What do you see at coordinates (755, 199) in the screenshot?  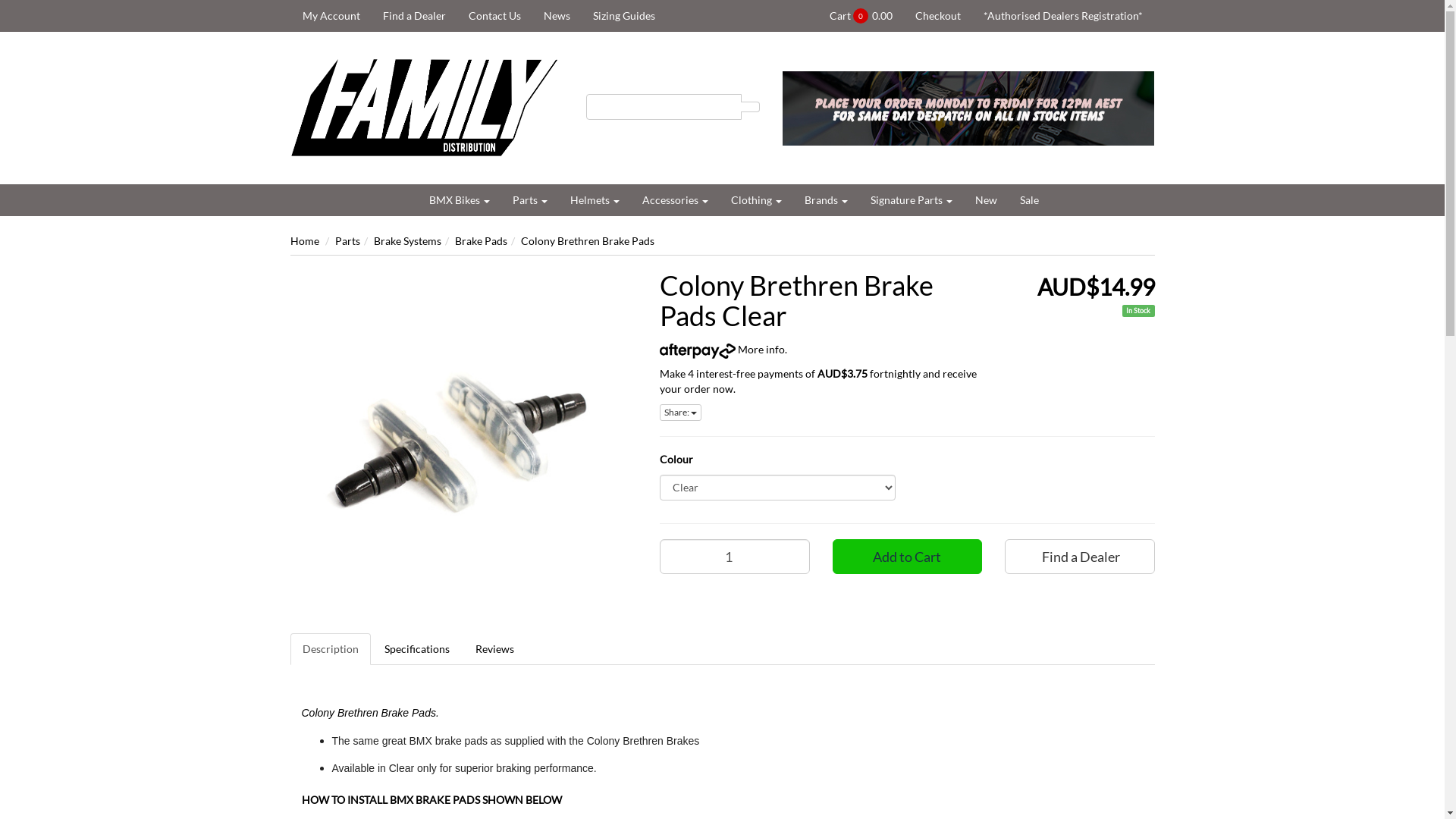 I see `'Clothing'` at bounding box center [755, 199].